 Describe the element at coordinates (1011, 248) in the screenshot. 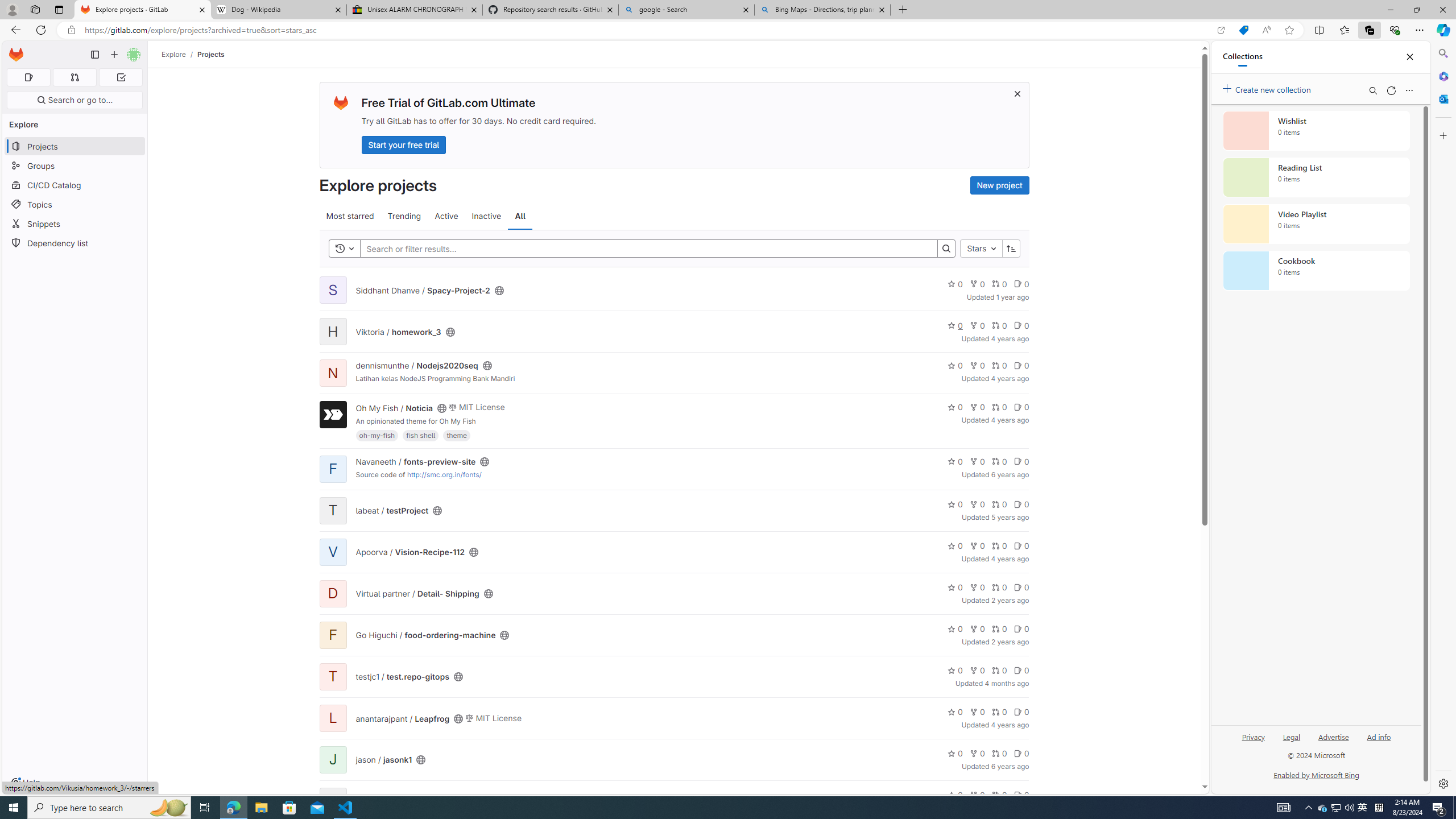

I see `'Sort direction: Ascending'` at that location.